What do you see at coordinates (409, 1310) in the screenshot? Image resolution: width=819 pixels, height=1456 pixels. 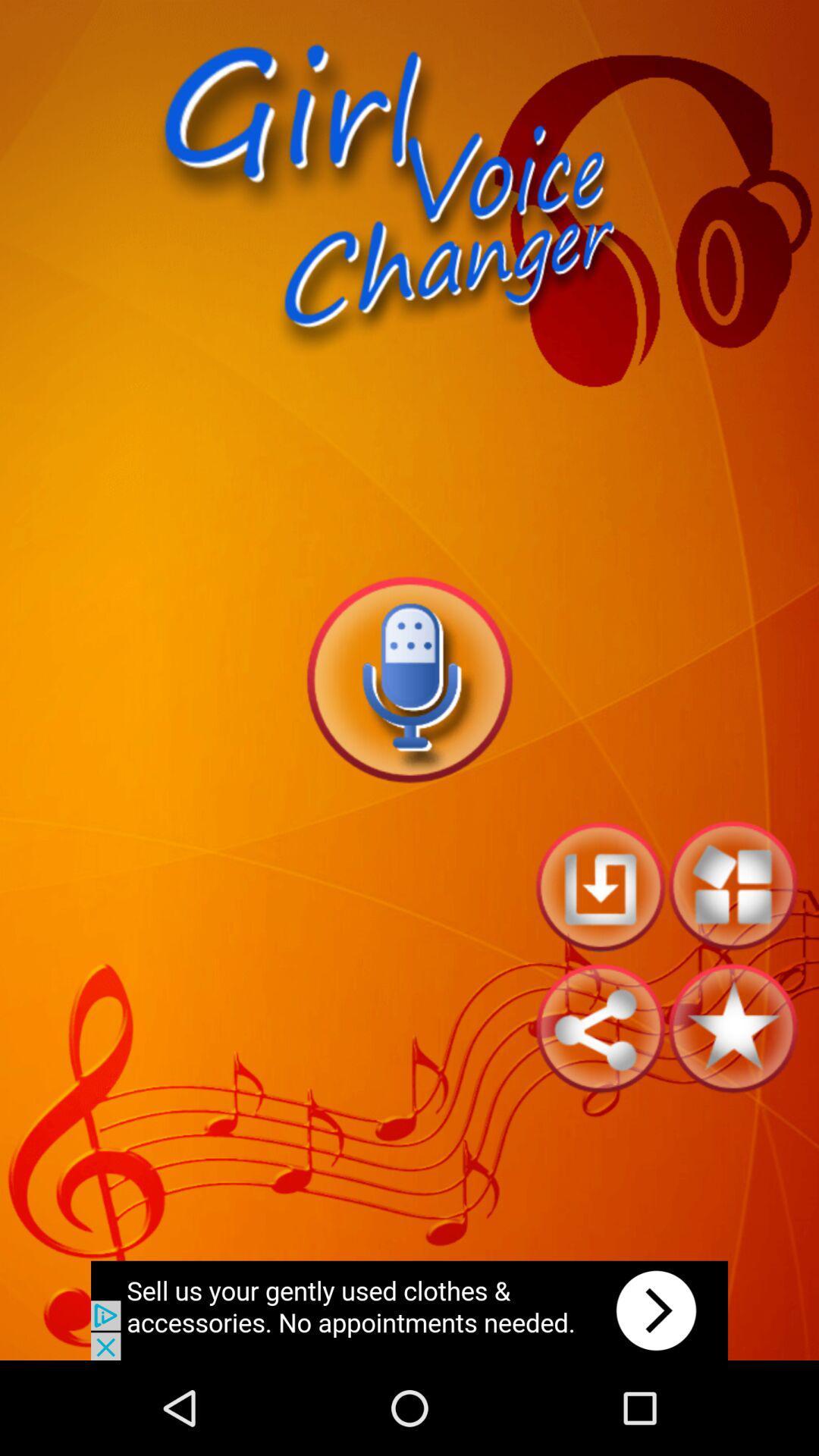 I see `clicks the advertisement` at bounding box center [409, 1310].